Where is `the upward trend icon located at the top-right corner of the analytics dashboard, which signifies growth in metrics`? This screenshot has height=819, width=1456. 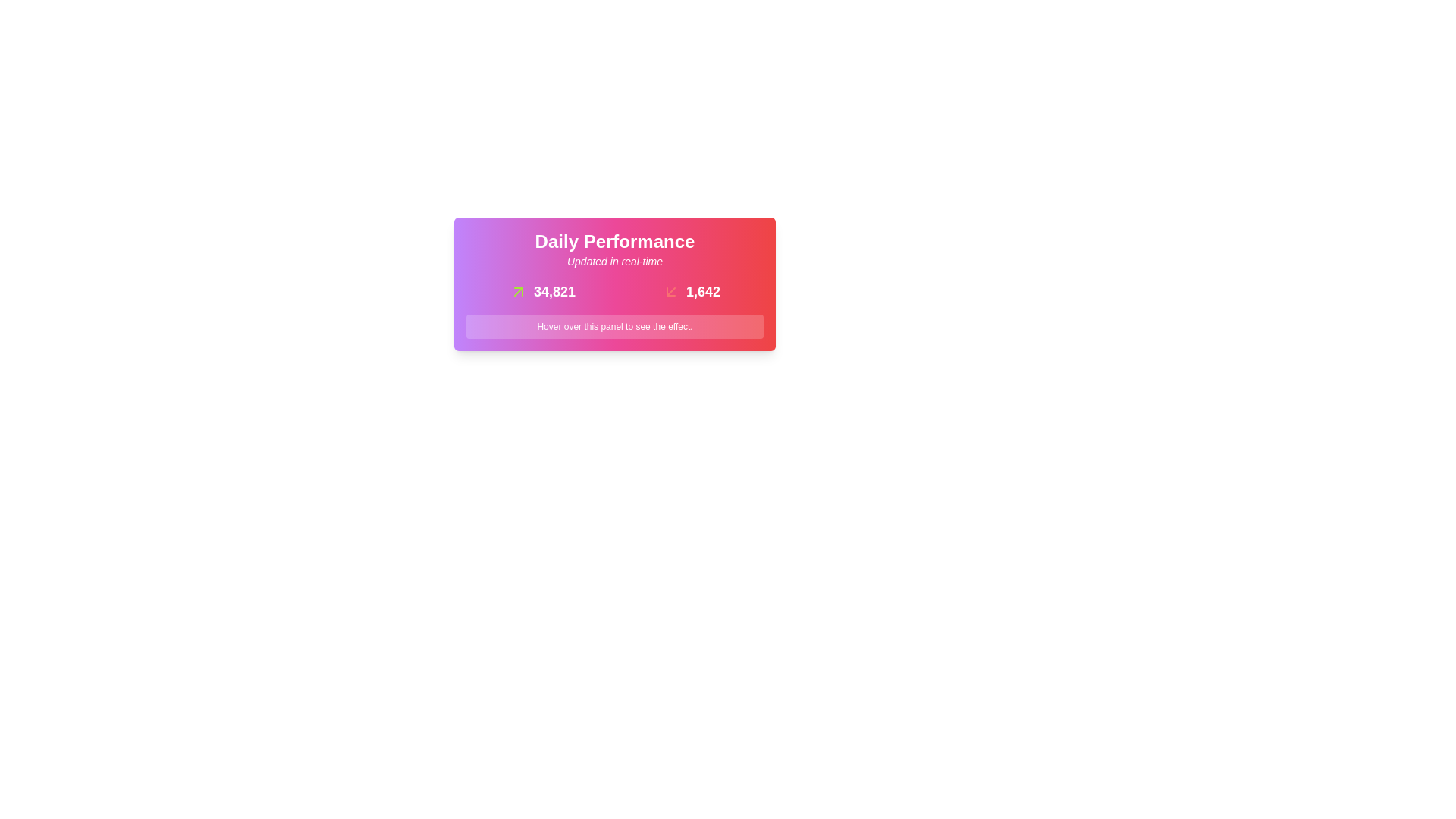
the upward trend icon located at the top-right corner of the analytics dashboard, which signifies growth in metrics is located at coordinates (518, 292).